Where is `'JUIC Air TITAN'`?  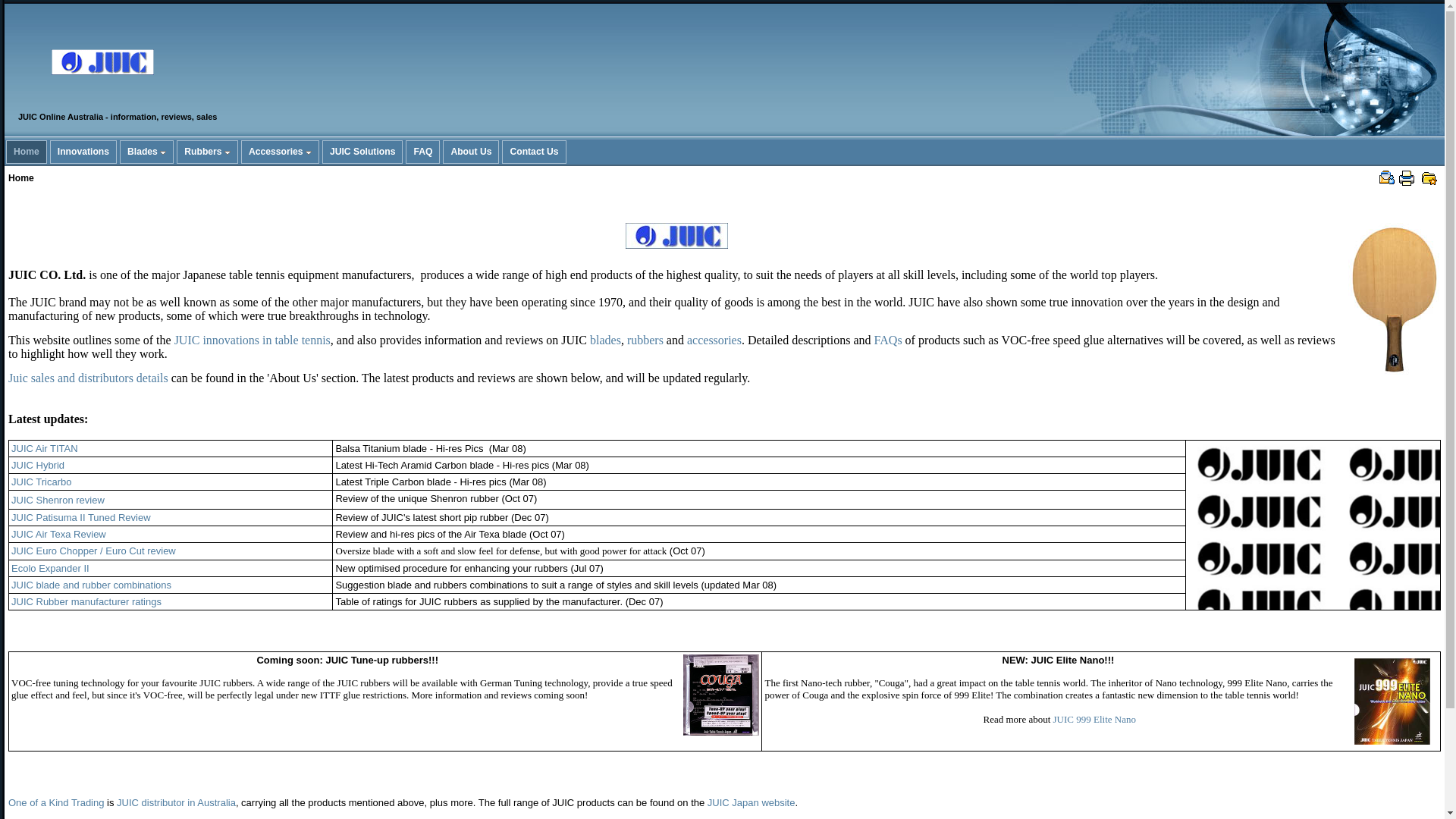 'JUIC Air TITAN' is located at coordinates (44, 447).